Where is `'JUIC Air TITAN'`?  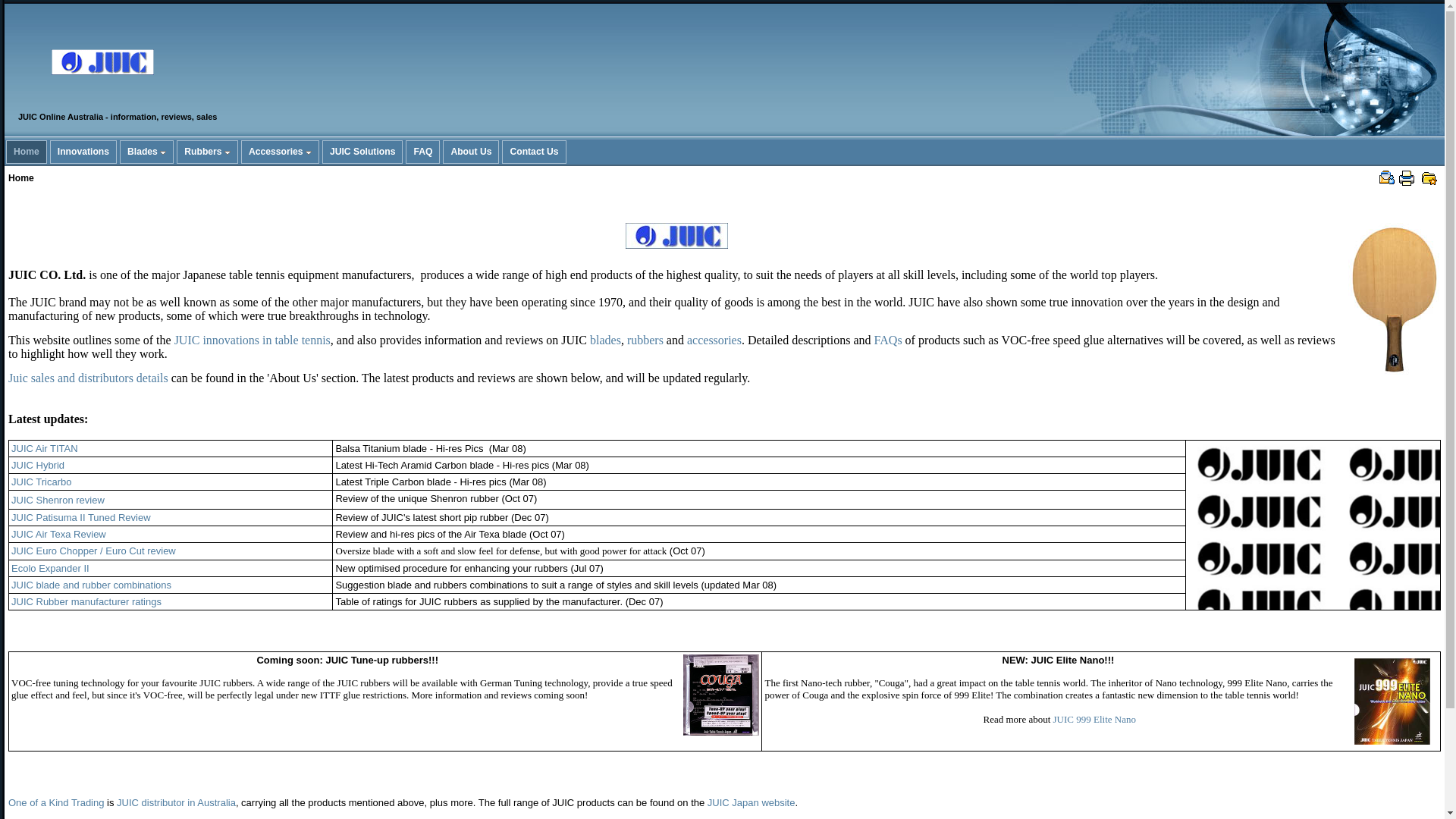 'JUIC Air TITAN' is located at coordinates (44, 447).